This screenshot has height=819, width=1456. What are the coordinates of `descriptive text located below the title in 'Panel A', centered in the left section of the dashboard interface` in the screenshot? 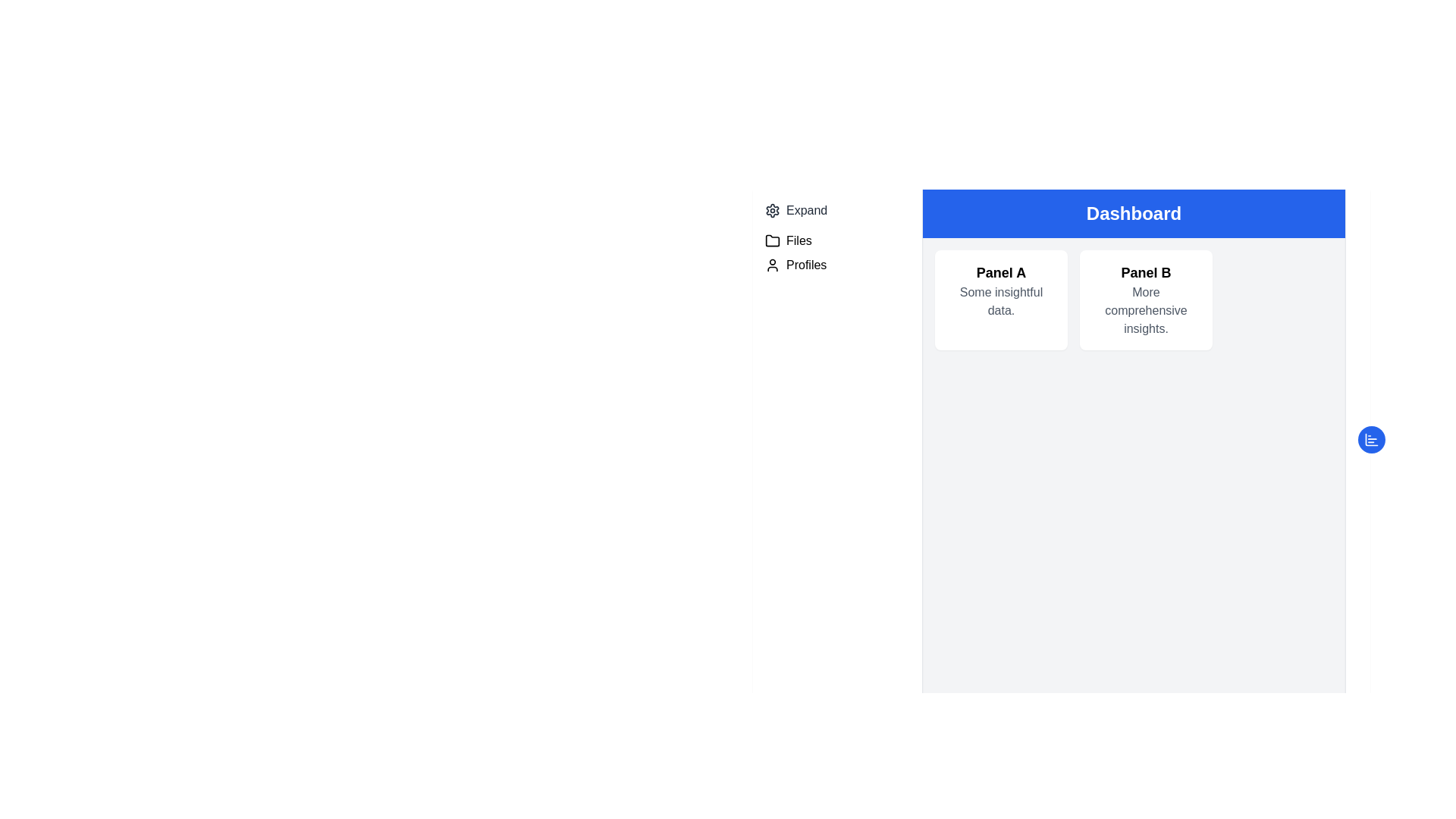 It's located at (1001, 301).